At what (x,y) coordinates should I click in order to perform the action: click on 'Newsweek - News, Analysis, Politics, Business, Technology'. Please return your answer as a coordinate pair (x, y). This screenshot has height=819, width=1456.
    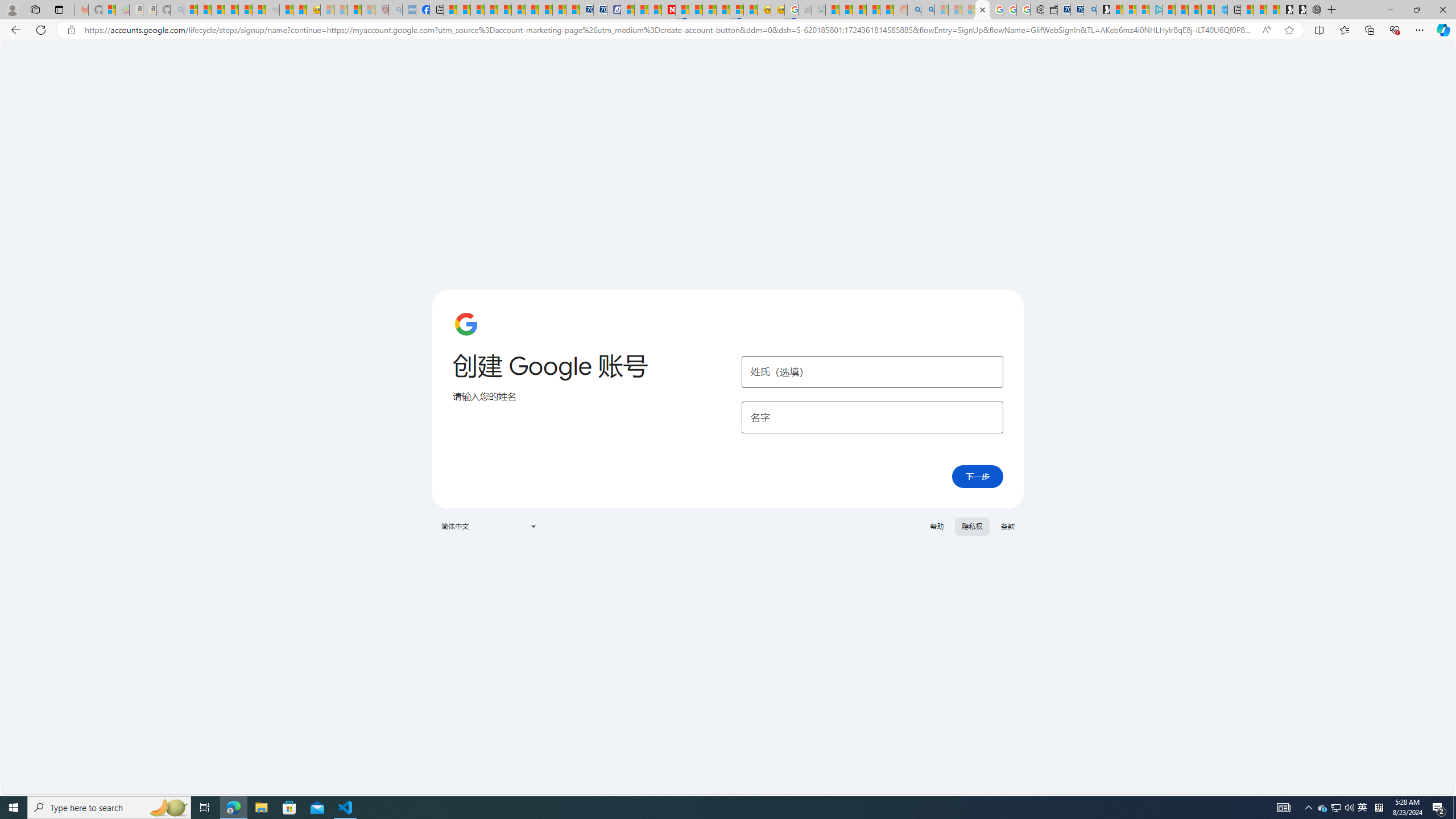
    Looking at the image, I should click on (668, 9).